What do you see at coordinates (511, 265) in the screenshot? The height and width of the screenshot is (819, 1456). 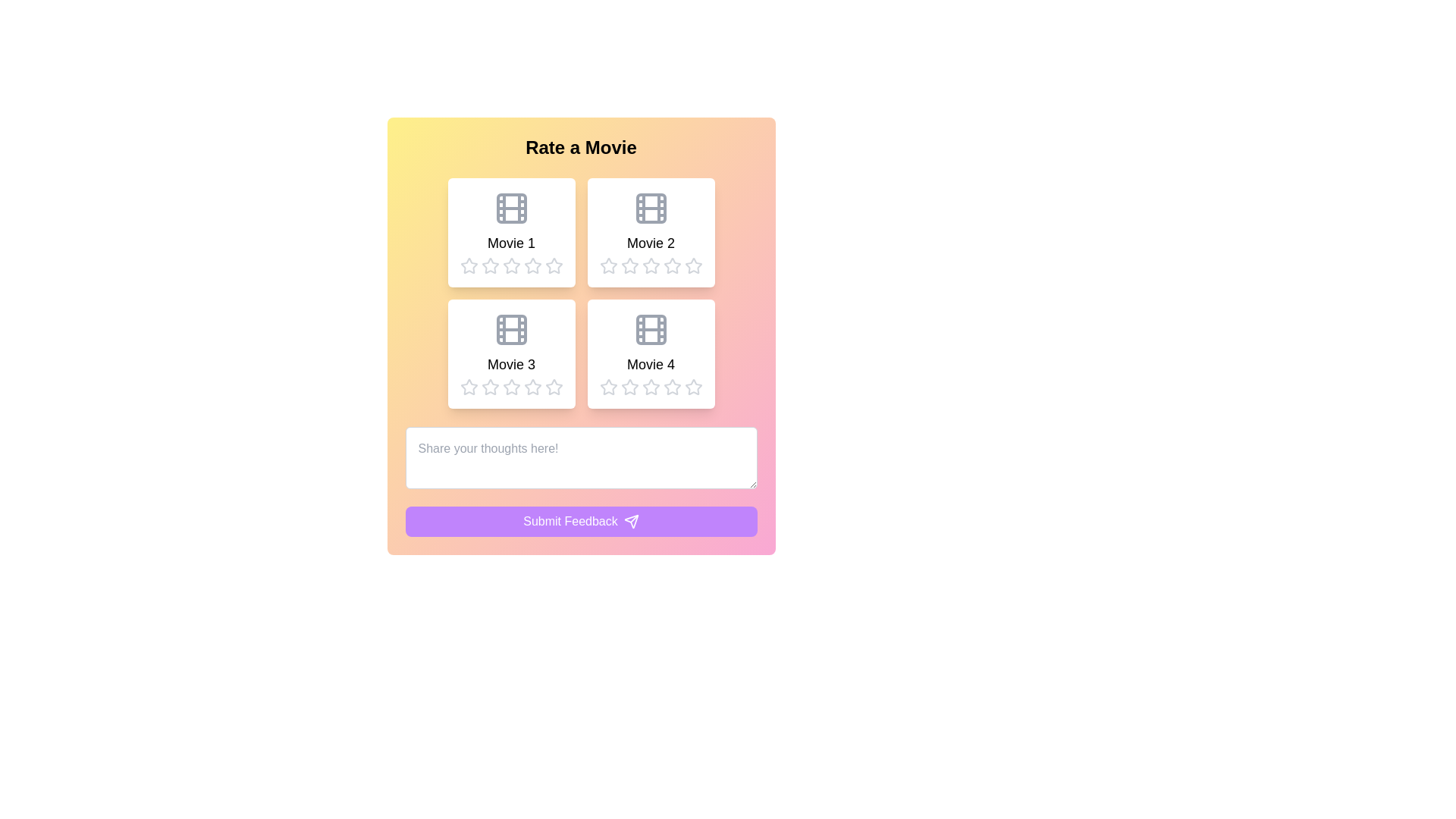 I see `the fourth star icon in the movie rating grid below the 'Movie 1' section` at bounding box center [511, 265].